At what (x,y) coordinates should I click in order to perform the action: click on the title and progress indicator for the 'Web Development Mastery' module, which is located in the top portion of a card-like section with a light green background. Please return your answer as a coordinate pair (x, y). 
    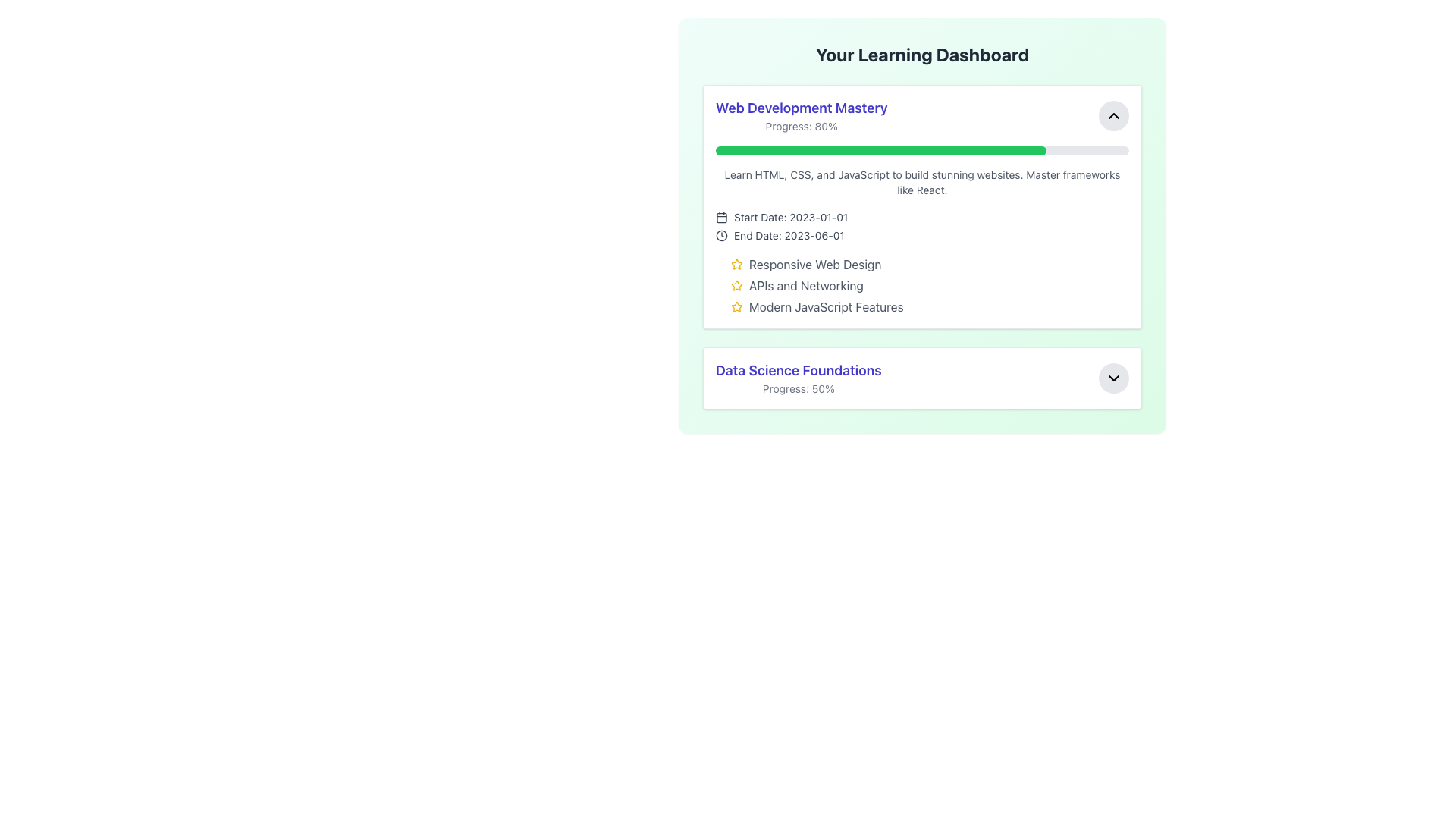
    Looking at the image, I should click on (801, 115).